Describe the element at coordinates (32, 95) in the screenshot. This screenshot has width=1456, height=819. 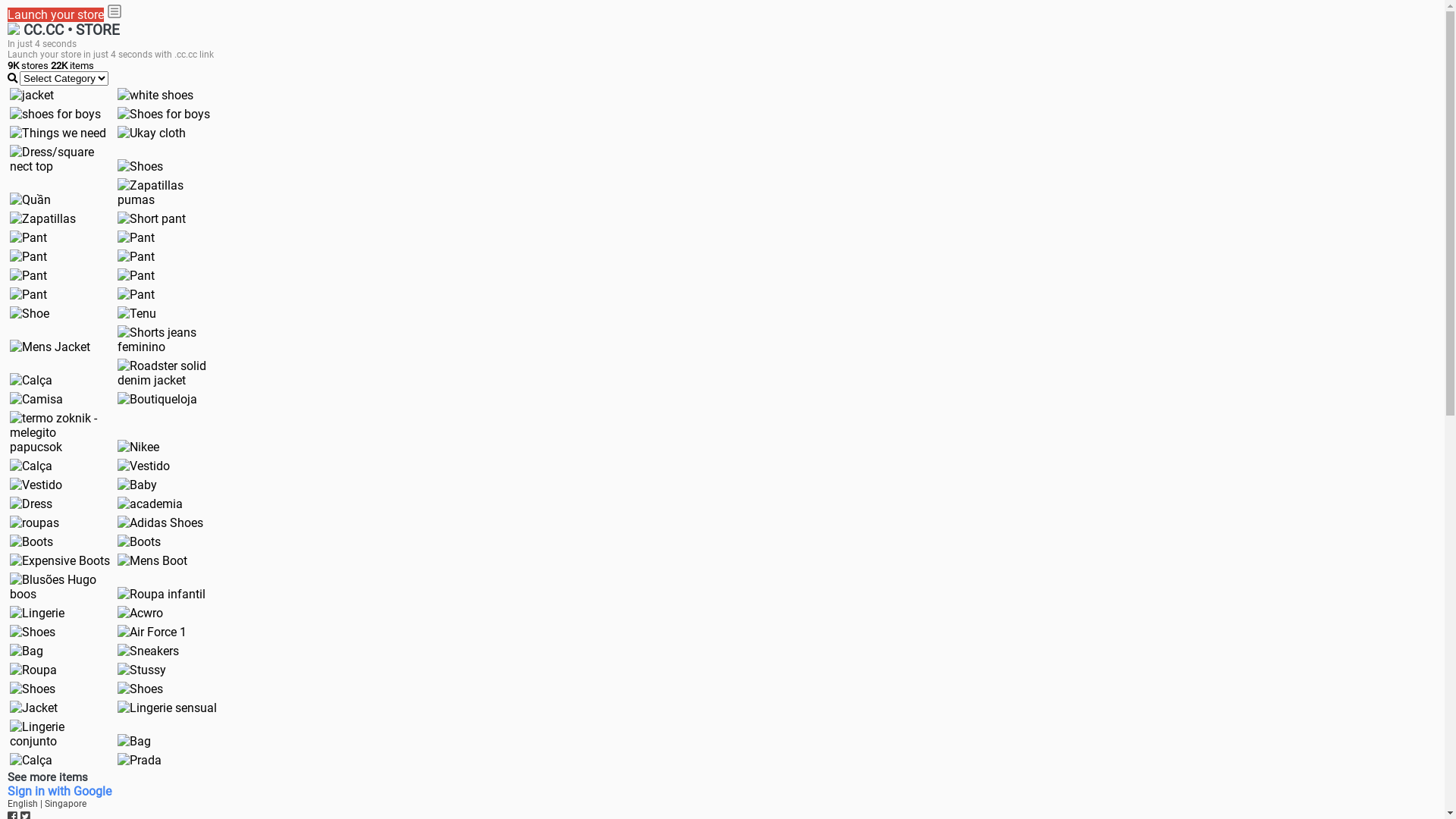
I see `'jacket'` at that location.